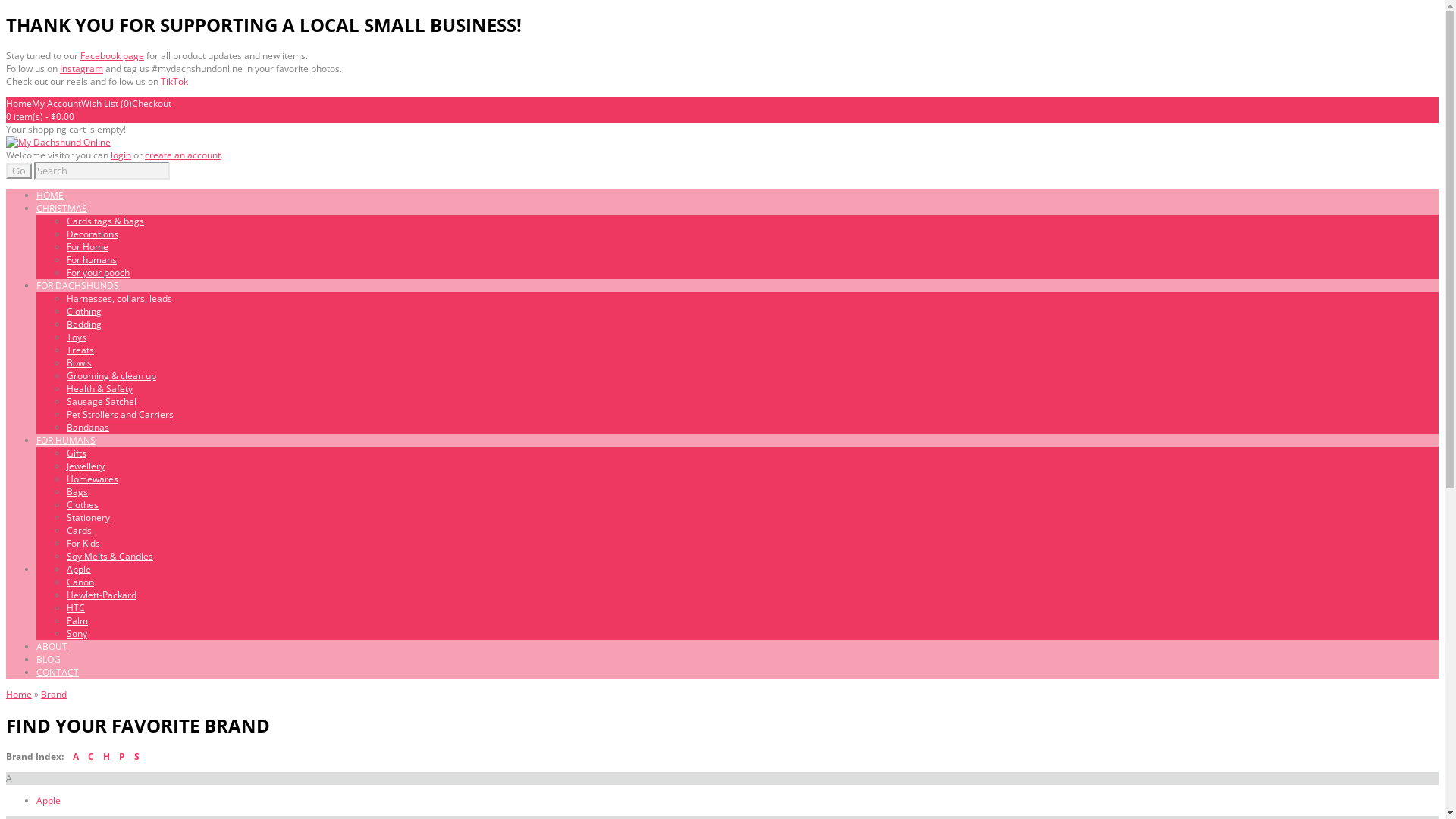  I want to click on 'Apple', so click(78, 569).